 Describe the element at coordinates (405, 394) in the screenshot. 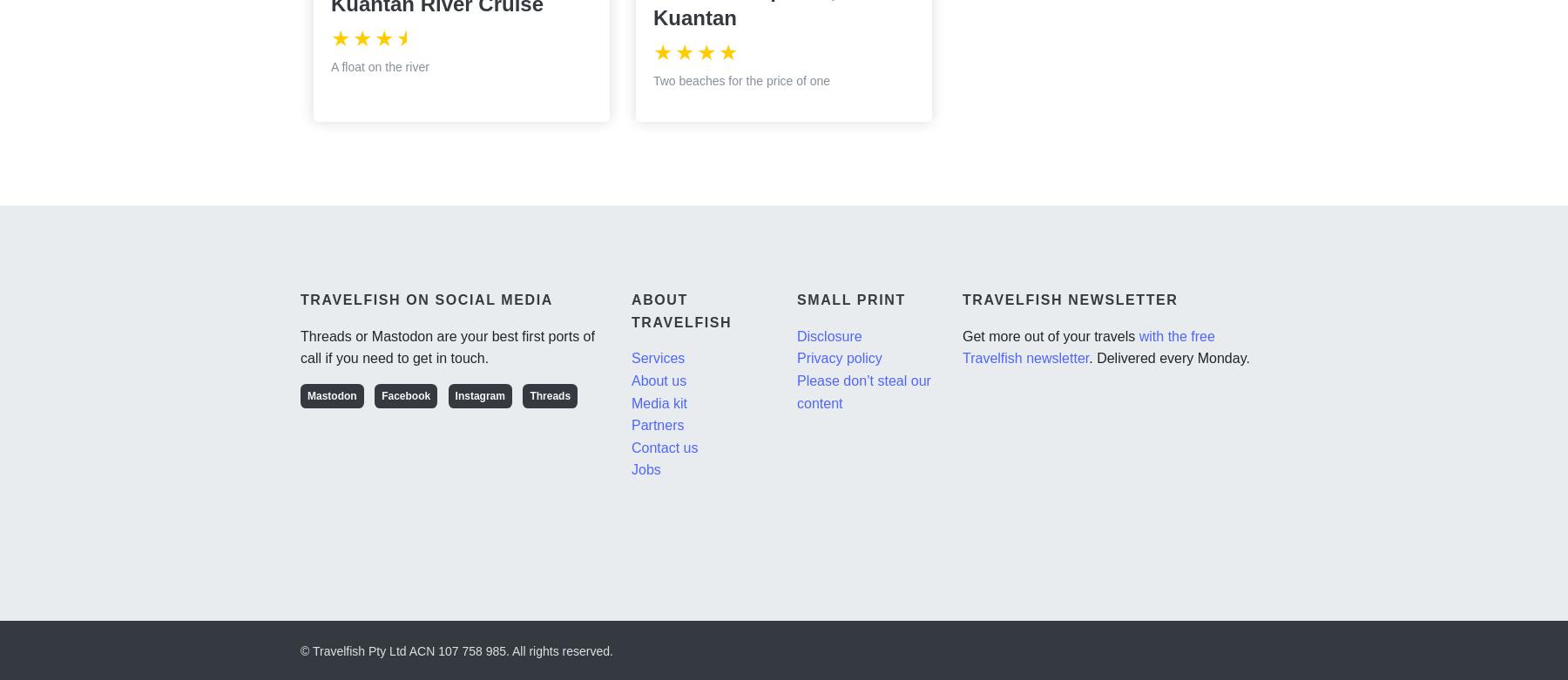

I see `'Facebook'` at that location.